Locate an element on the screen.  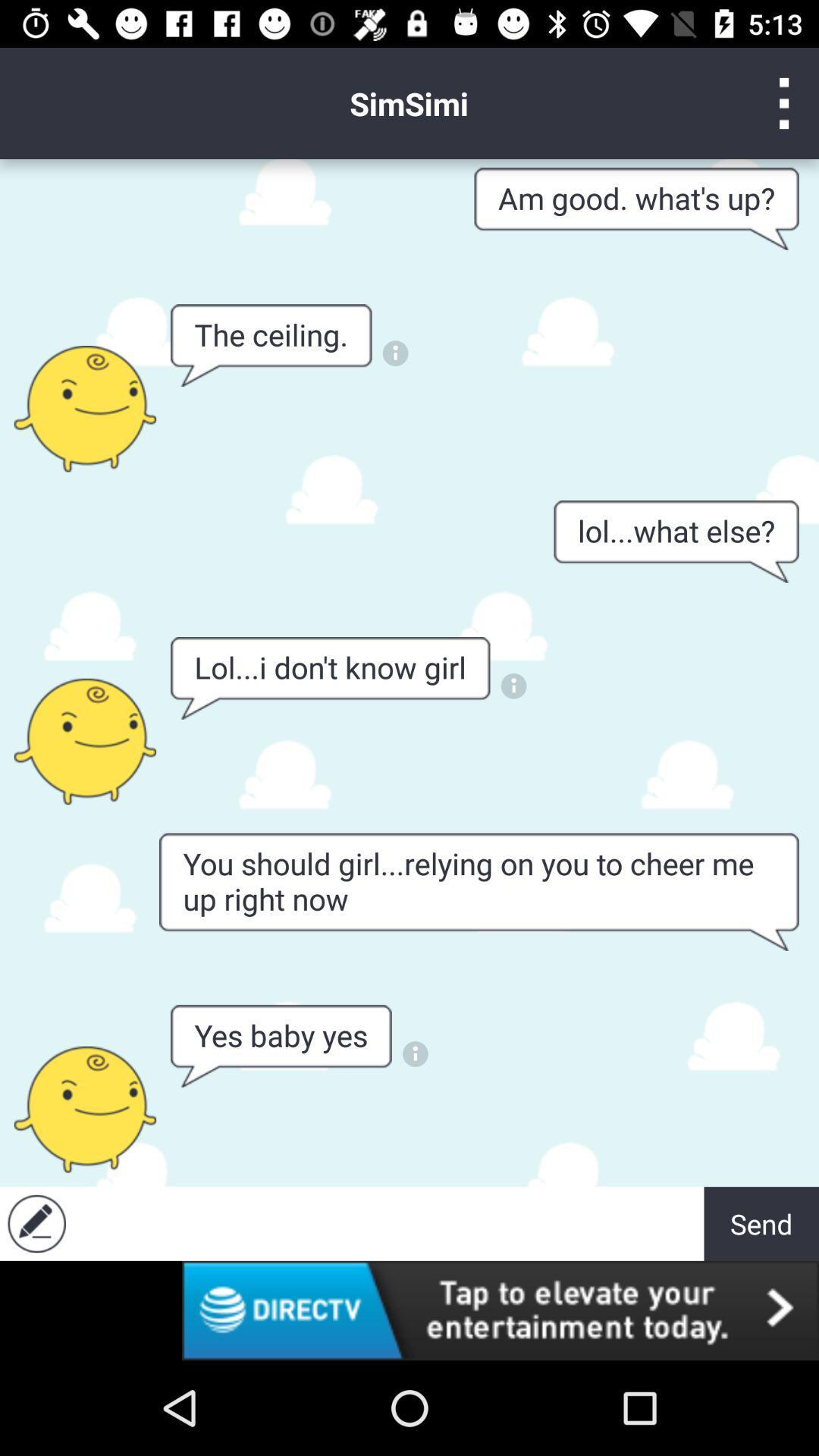
reply is located at coordinates (36, 1223).